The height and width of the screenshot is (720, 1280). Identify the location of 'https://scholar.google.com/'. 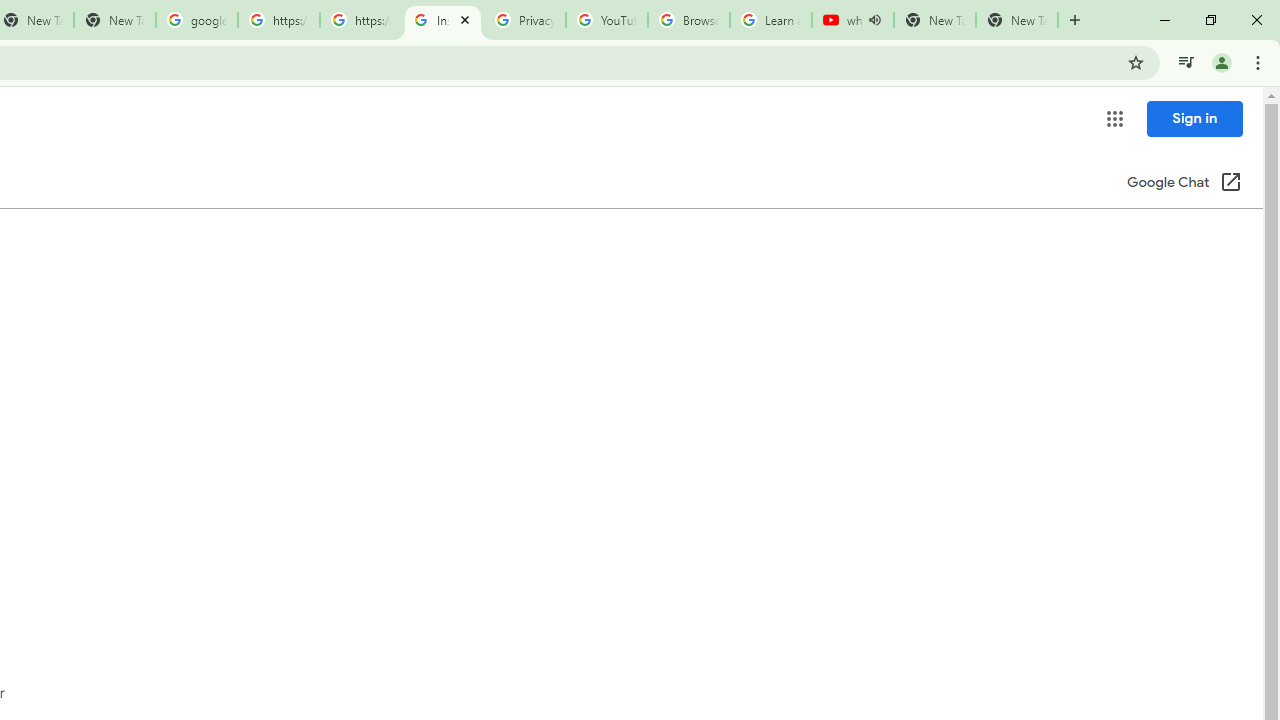
(360, 20).